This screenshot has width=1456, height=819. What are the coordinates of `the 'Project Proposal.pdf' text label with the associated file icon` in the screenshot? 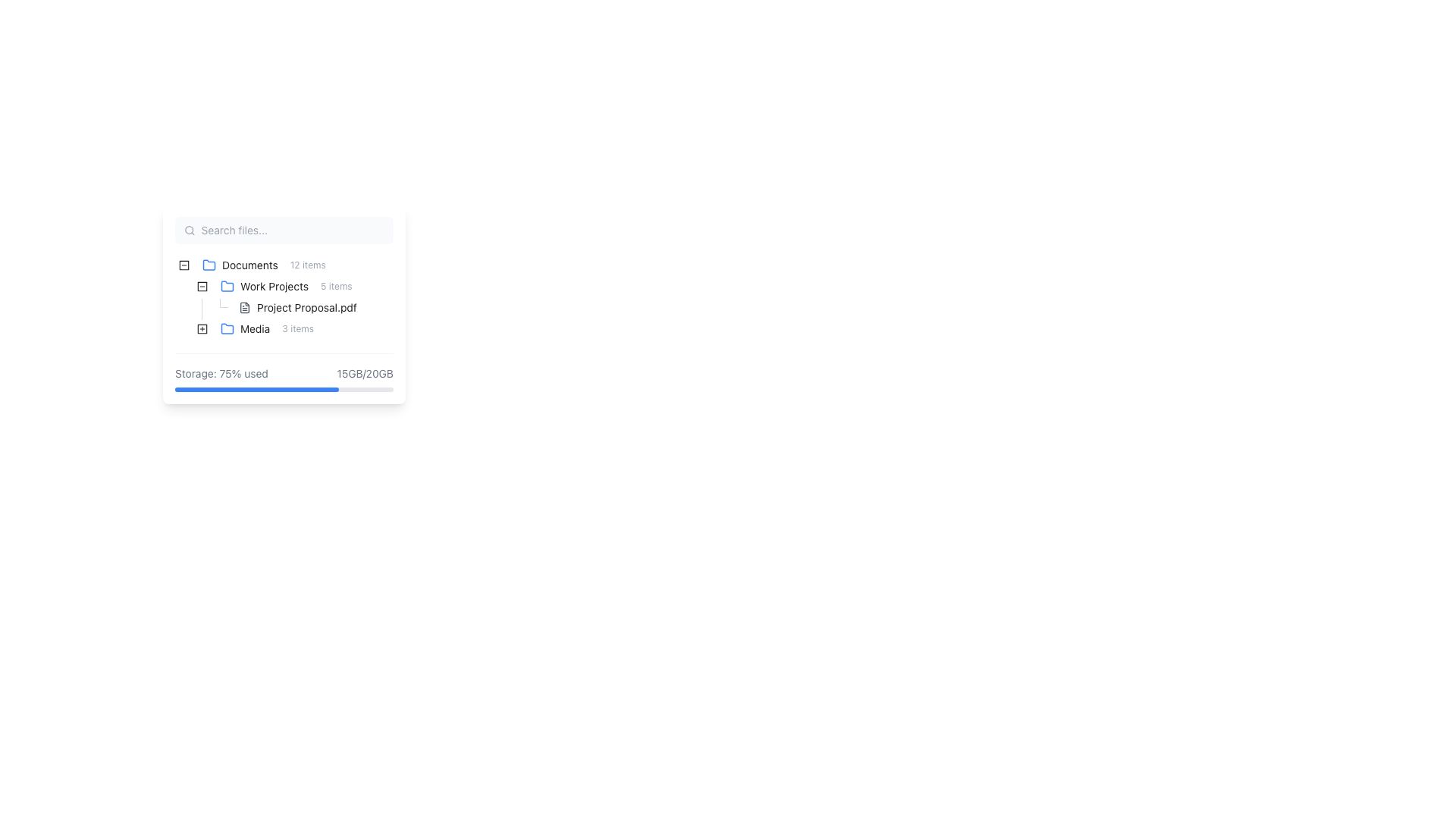 It's located at (303, 307).